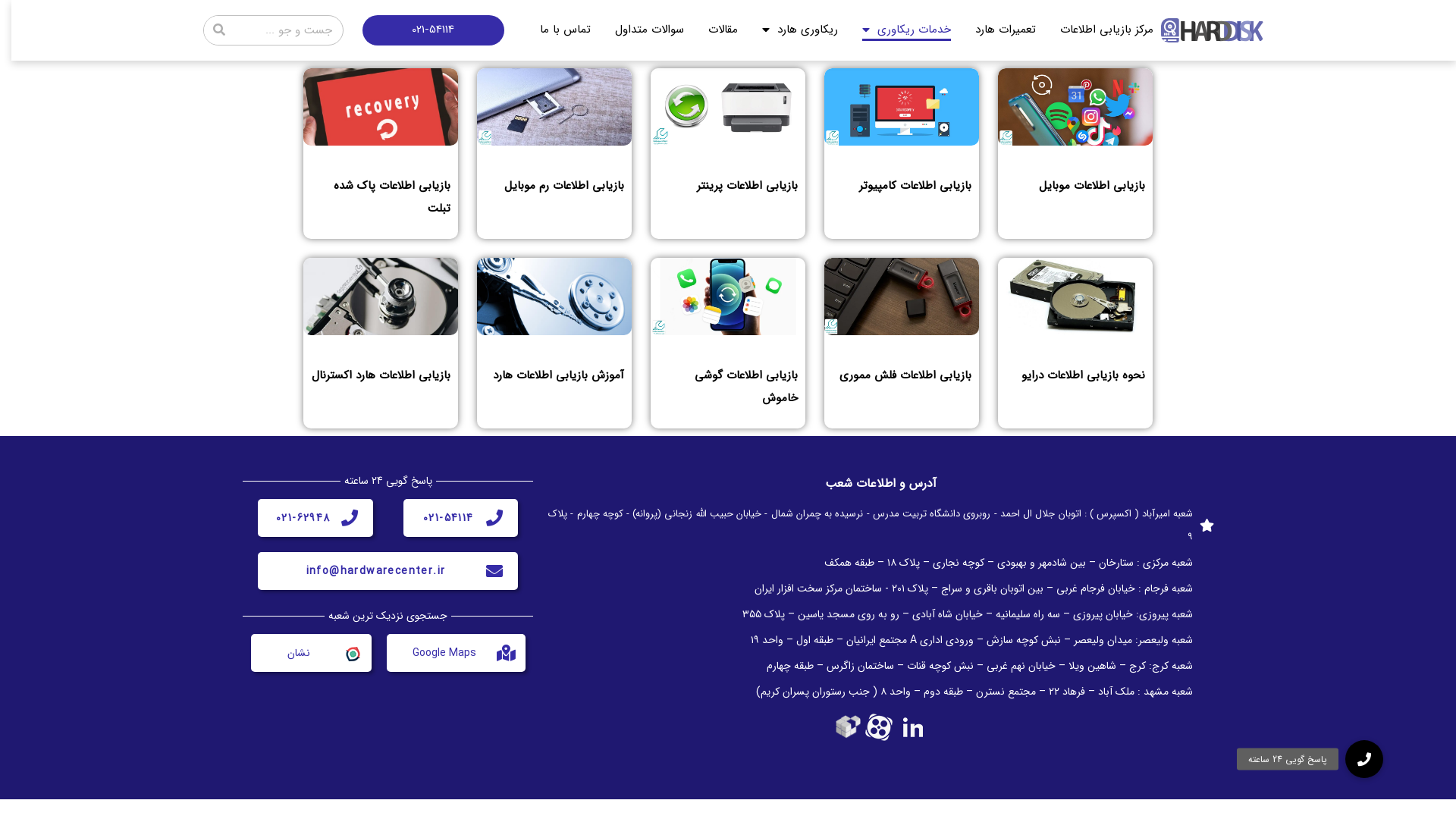  I want to click on 'info@hardwarecenter.ir', so click(375, 570).